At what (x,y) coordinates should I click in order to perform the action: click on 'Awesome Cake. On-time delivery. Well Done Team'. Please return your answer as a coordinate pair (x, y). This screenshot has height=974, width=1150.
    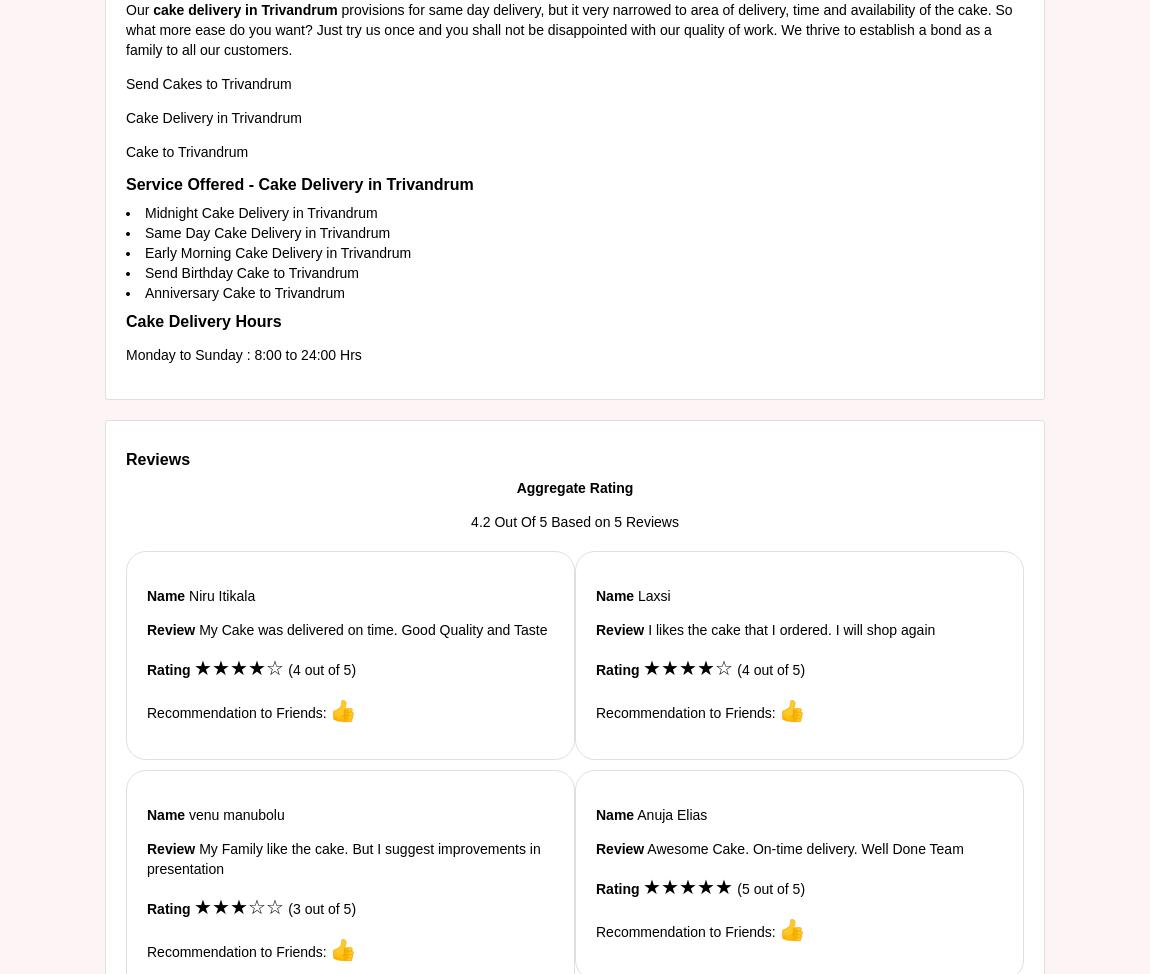
    Looking at the image, I should click on (802, 849).